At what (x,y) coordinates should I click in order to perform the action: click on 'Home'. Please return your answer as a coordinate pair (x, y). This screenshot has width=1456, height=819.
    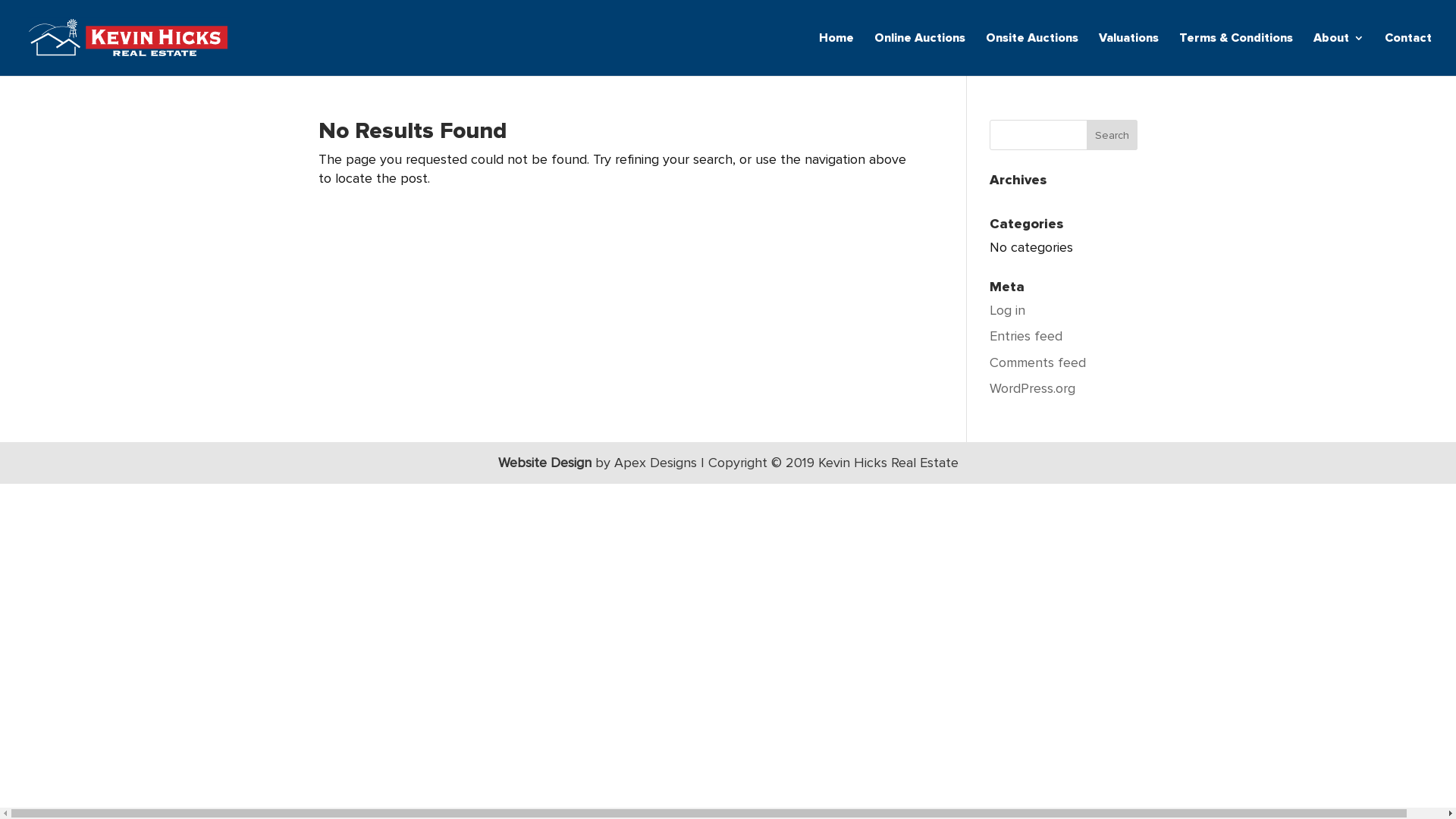
    Looking at the image, I should click on (836, 53).